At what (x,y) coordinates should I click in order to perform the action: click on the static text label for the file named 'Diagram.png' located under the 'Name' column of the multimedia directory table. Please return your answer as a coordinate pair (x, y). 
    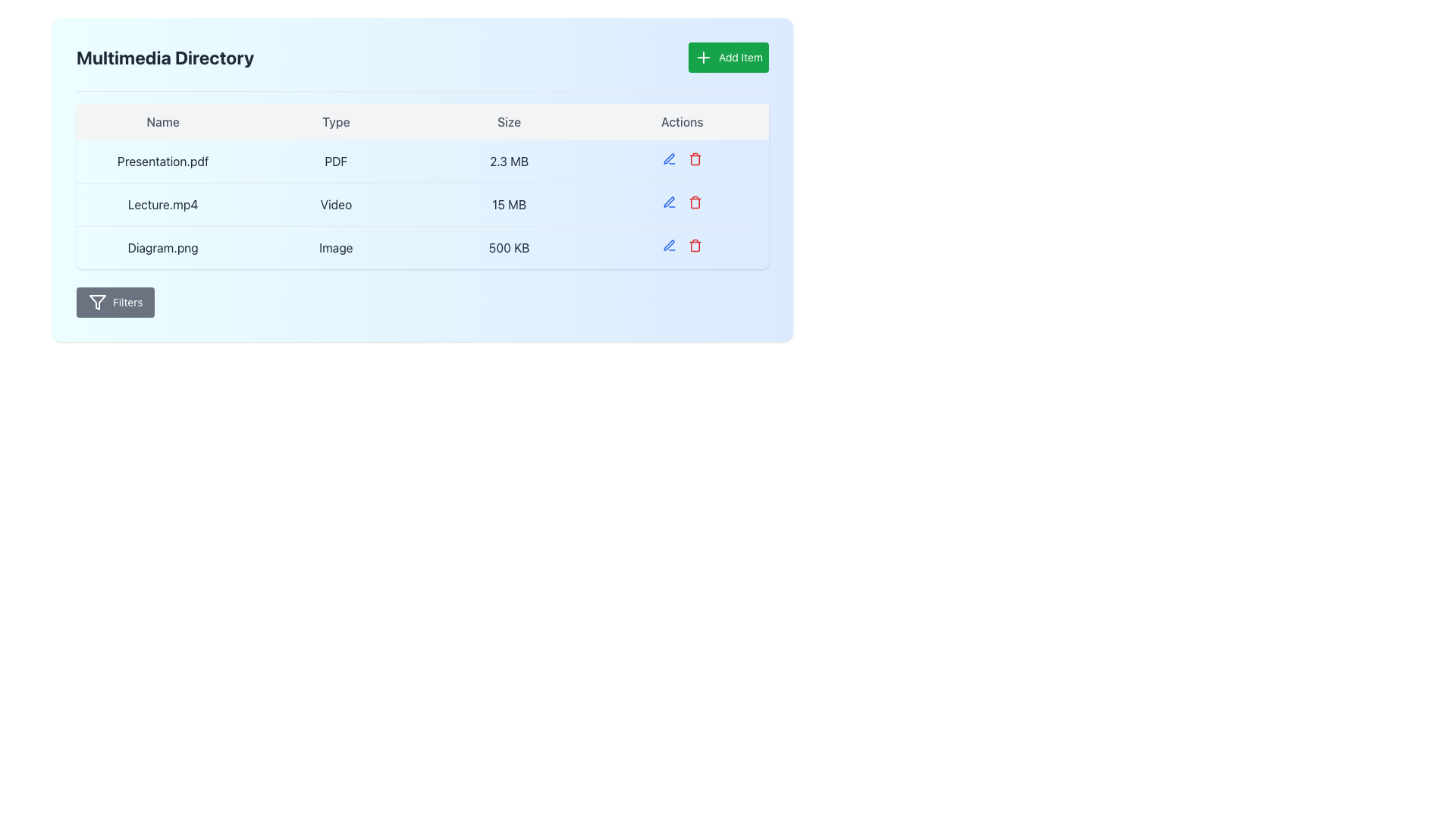
    Looking at the image, I should click on (163, 246).